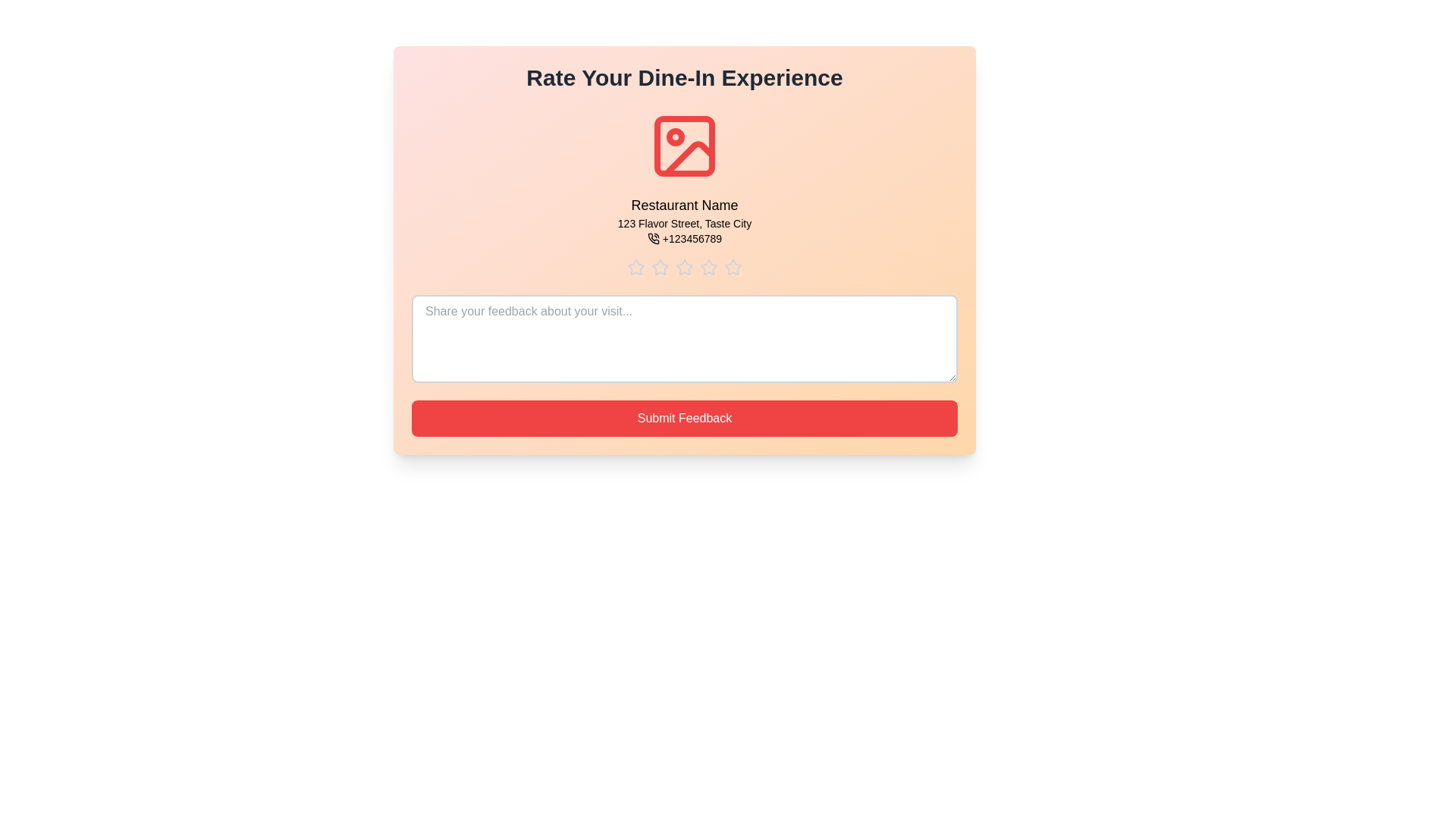 The height and width of the screenshot is (819, 1456). Describe the element at coordinates (733, 267) in the screenshot. I see `the restaurant rating to 5 stars by clicking the respective star` at that location.